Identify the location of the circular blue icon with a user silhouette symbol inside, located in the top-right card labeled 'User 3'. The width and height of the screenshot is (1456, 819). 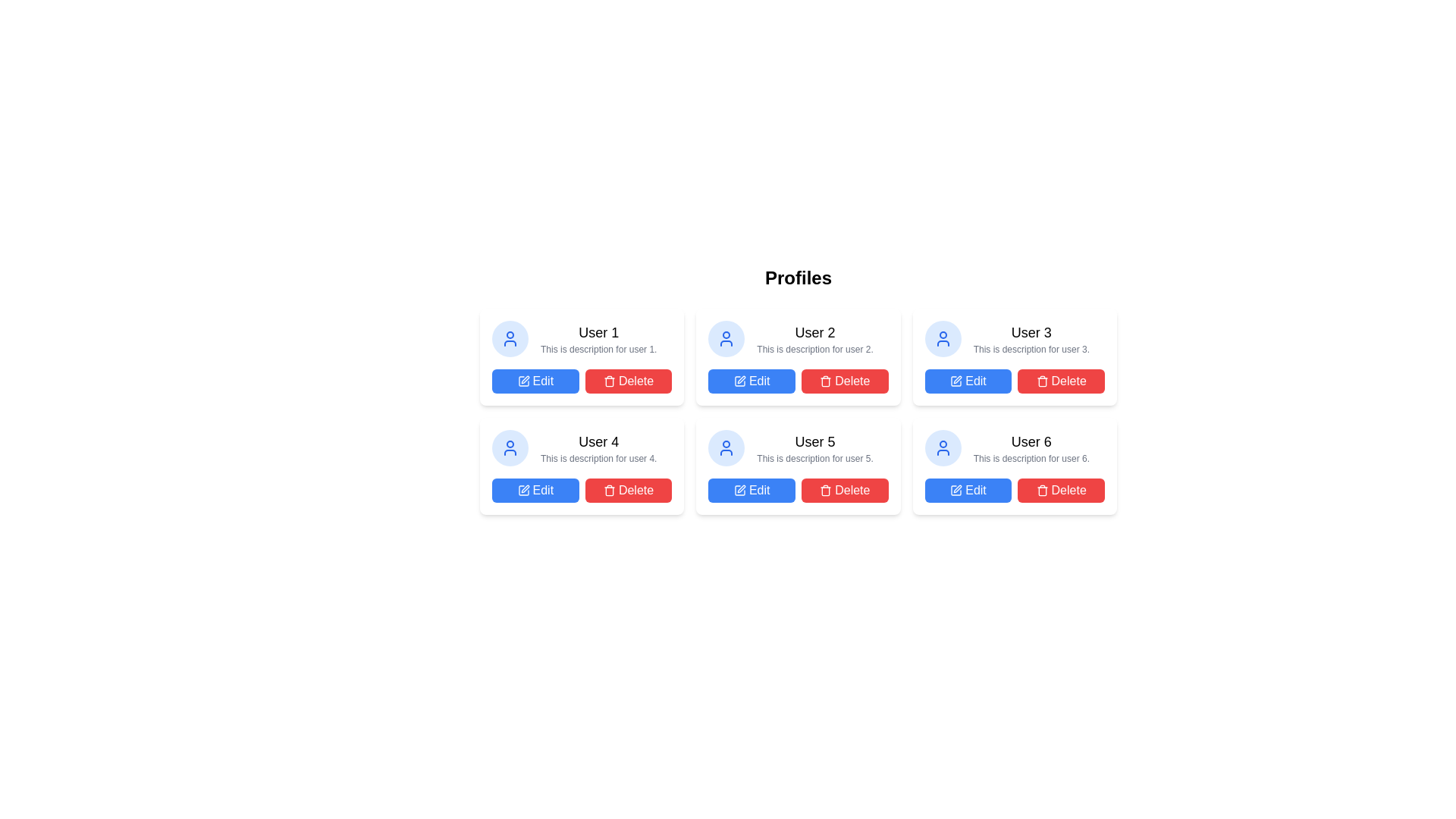
(942, 338).